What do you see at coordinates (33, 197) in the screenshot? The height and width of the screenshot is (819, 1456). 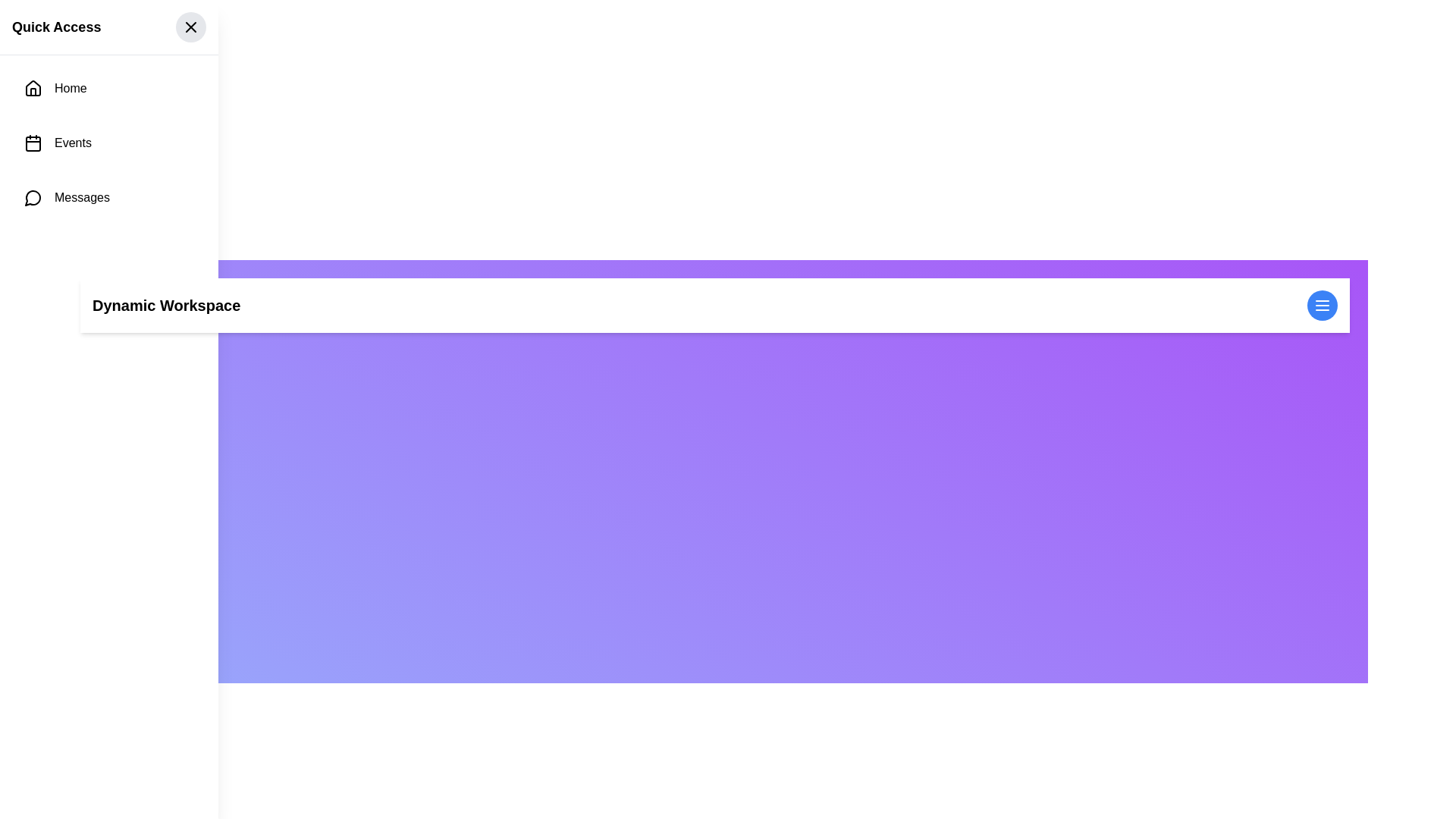 I see `the 'Messages' icon located in the left sidebar navigation menu` at bounding box center [33, 197].